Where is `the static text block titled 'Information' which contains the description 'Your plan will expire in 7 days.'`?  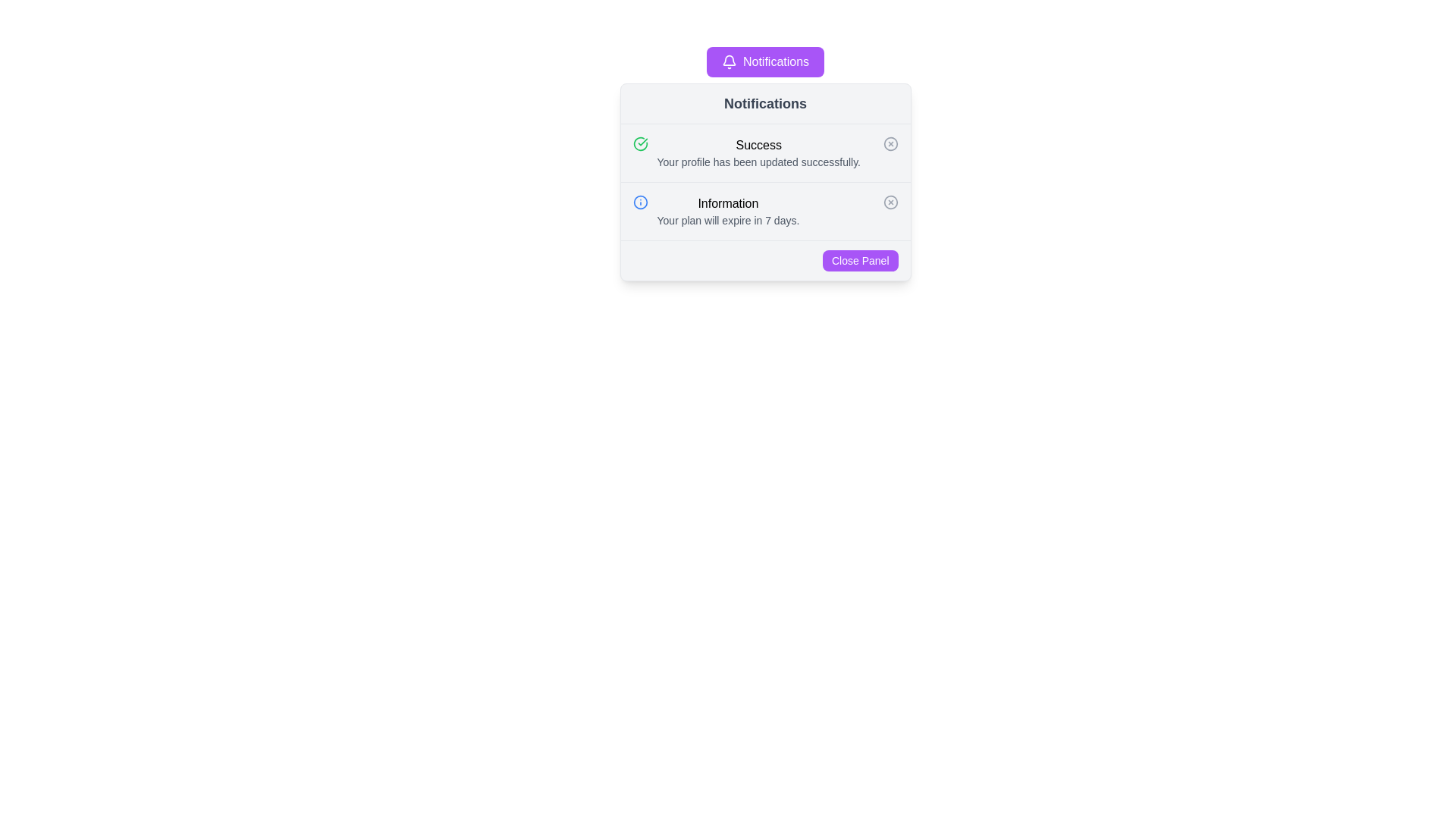 the static text block titled 'Information' which contains the description 'Your plan will expire in 7 days.' is located at coordinates (728, 211).